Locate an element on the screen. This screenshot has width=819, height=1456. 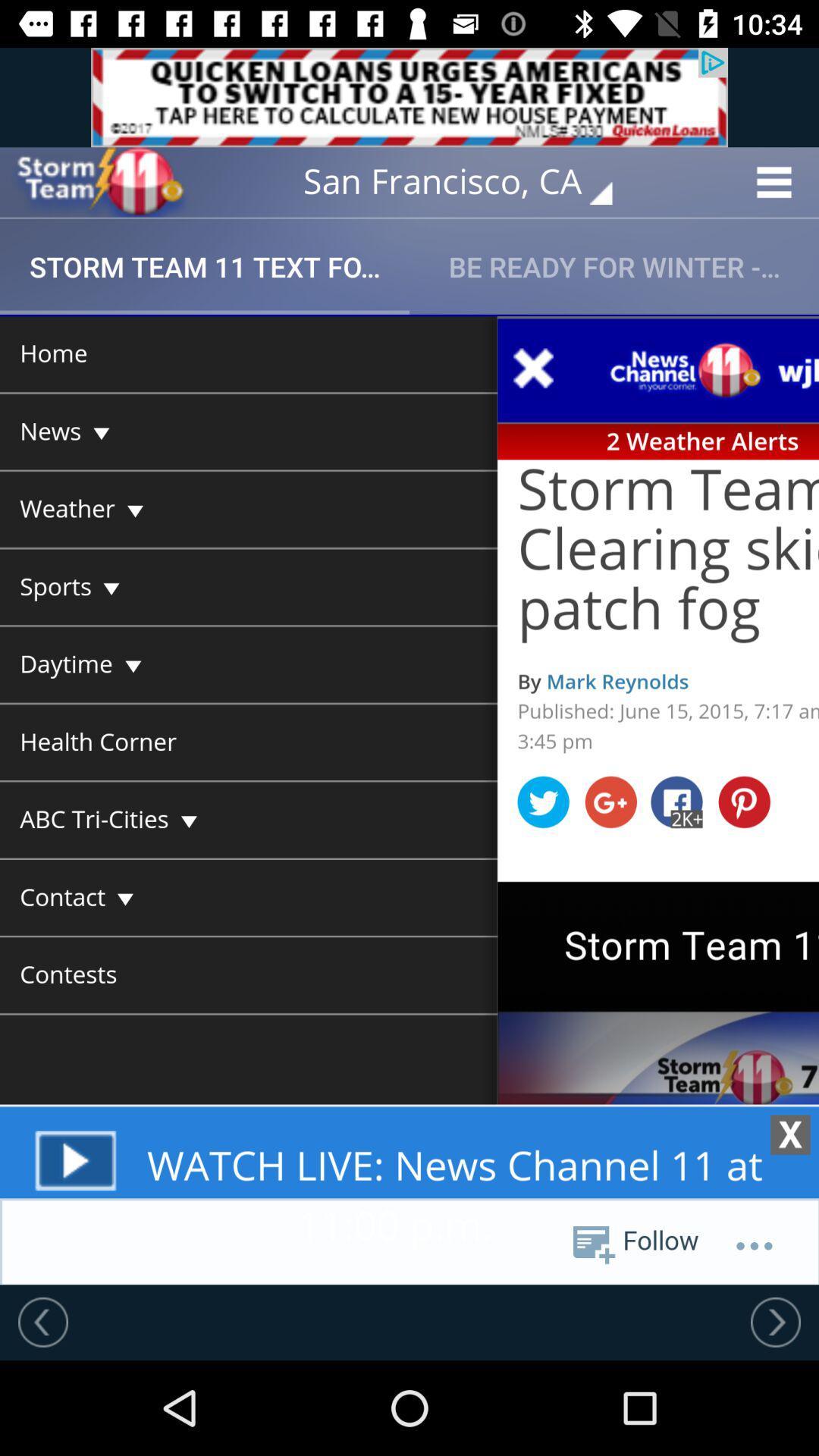
open home page is located at coordinates (99, 182).